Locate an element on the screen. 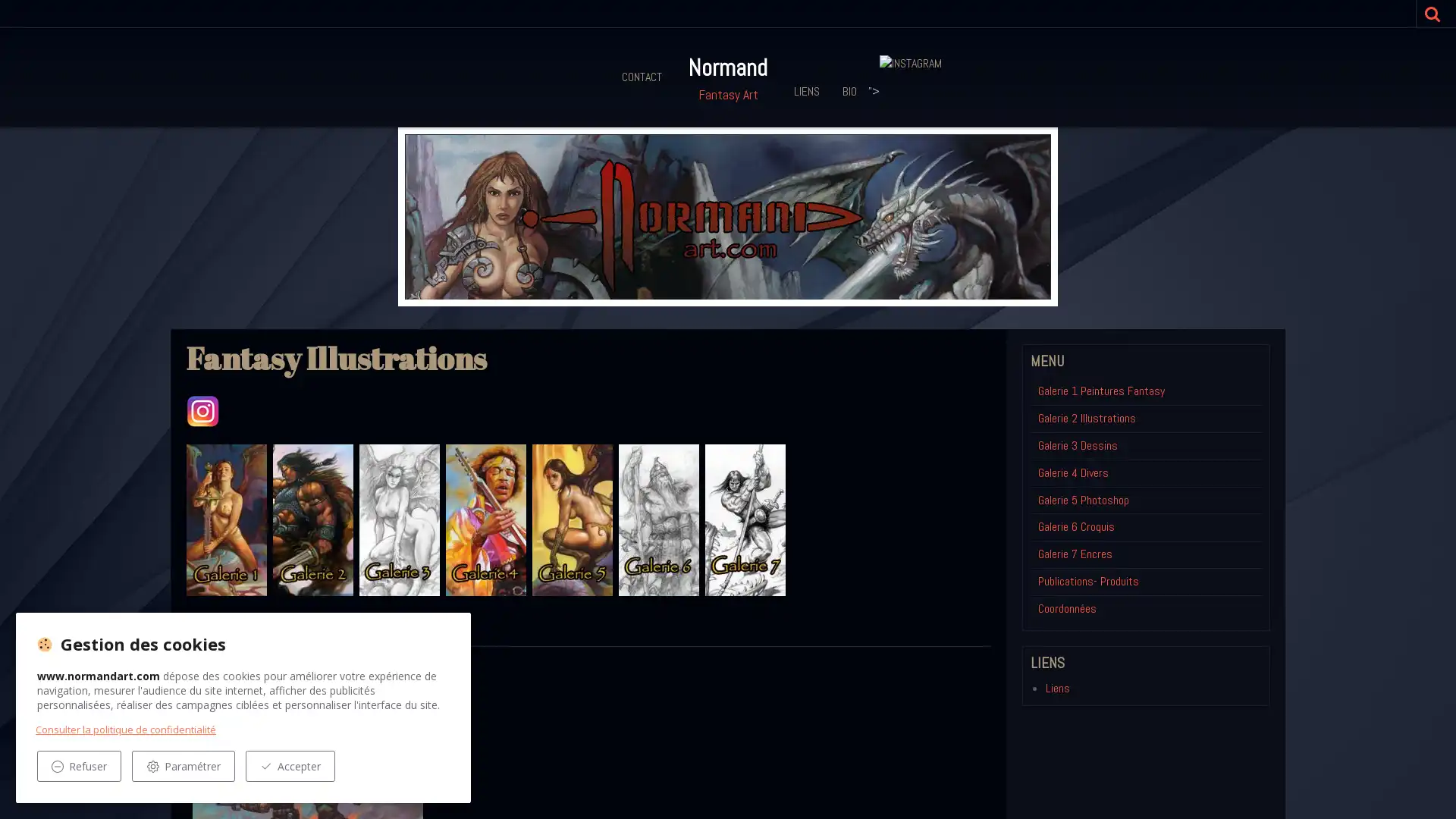  Refuser is located at coordinates (78, 766).